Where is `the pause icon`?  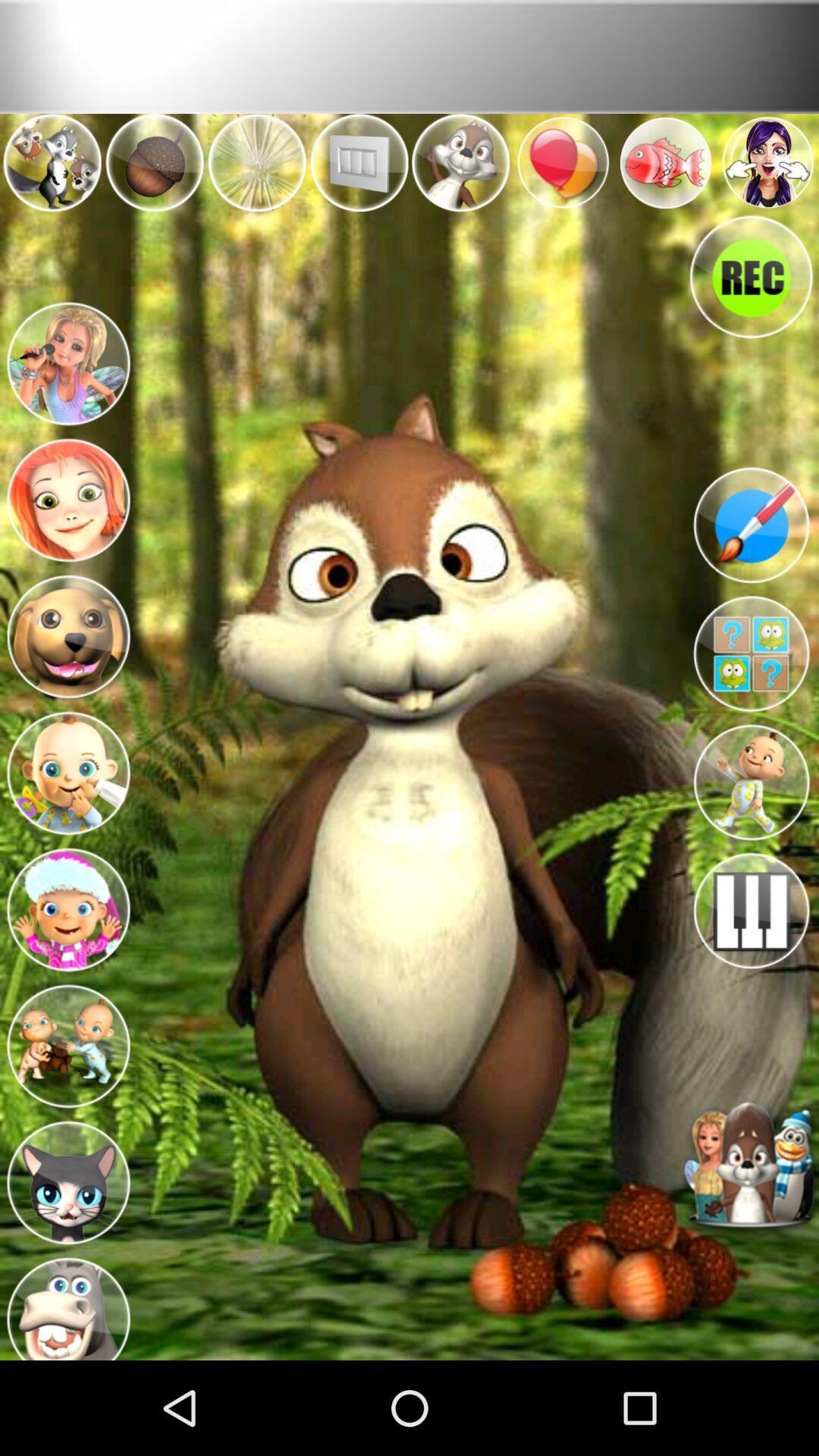 the pause icon is located at coordinates (751, 974).